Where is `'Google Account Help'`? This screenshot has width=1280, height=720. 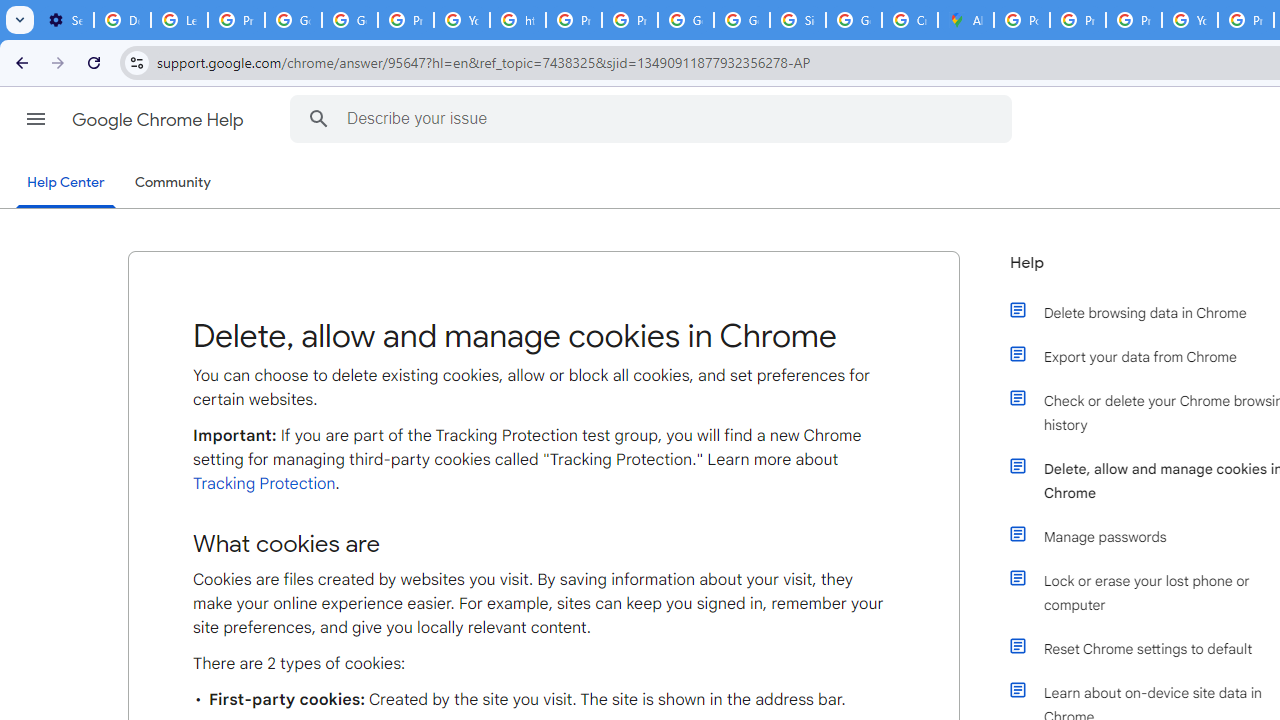 'Google Account Help' is located at coordinates (292, 20).